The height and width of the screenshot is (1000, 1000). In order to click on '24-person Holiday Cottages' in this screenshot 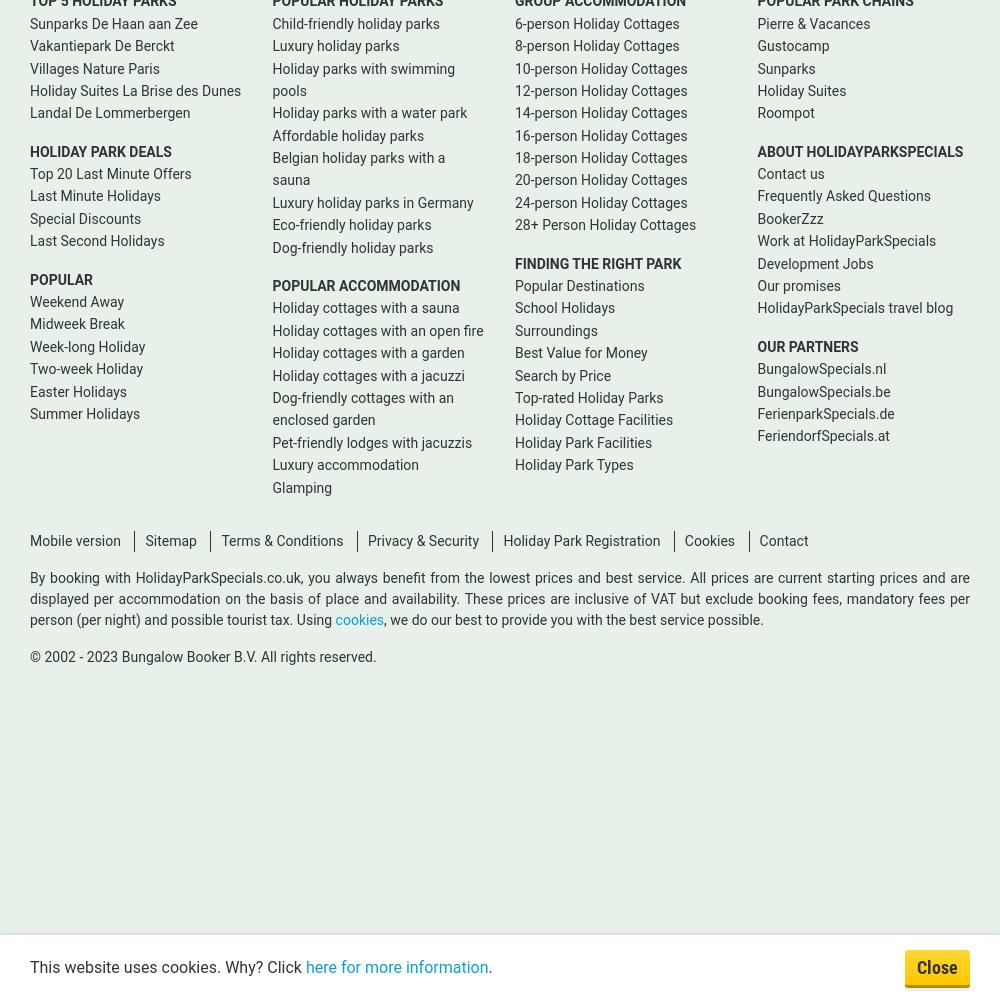, I will do `click(515, 201)`.